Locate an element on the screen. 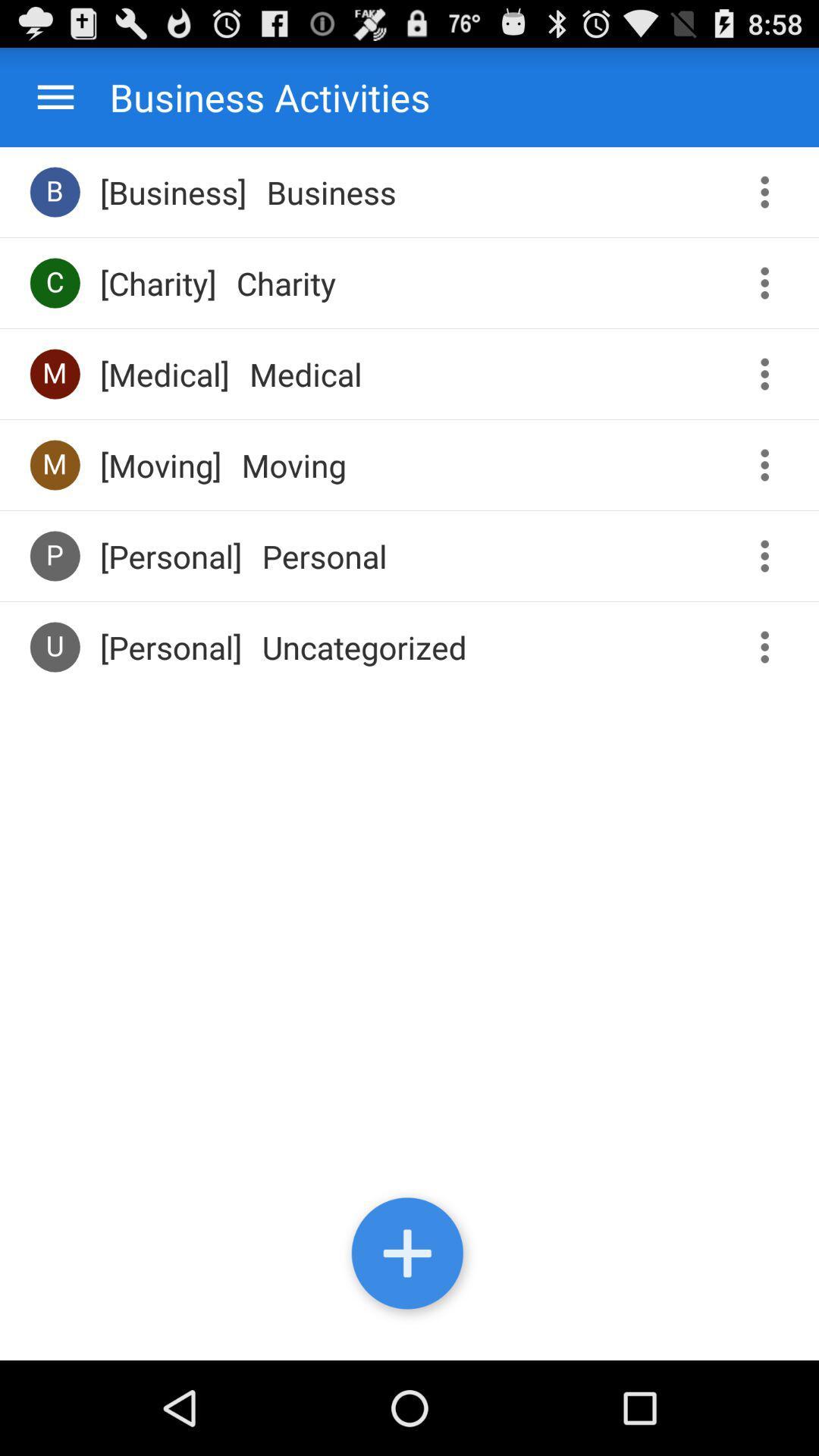 The height and width of the screenshot is (1456, 819). charity information toggle is located at coordinates (770, 283).